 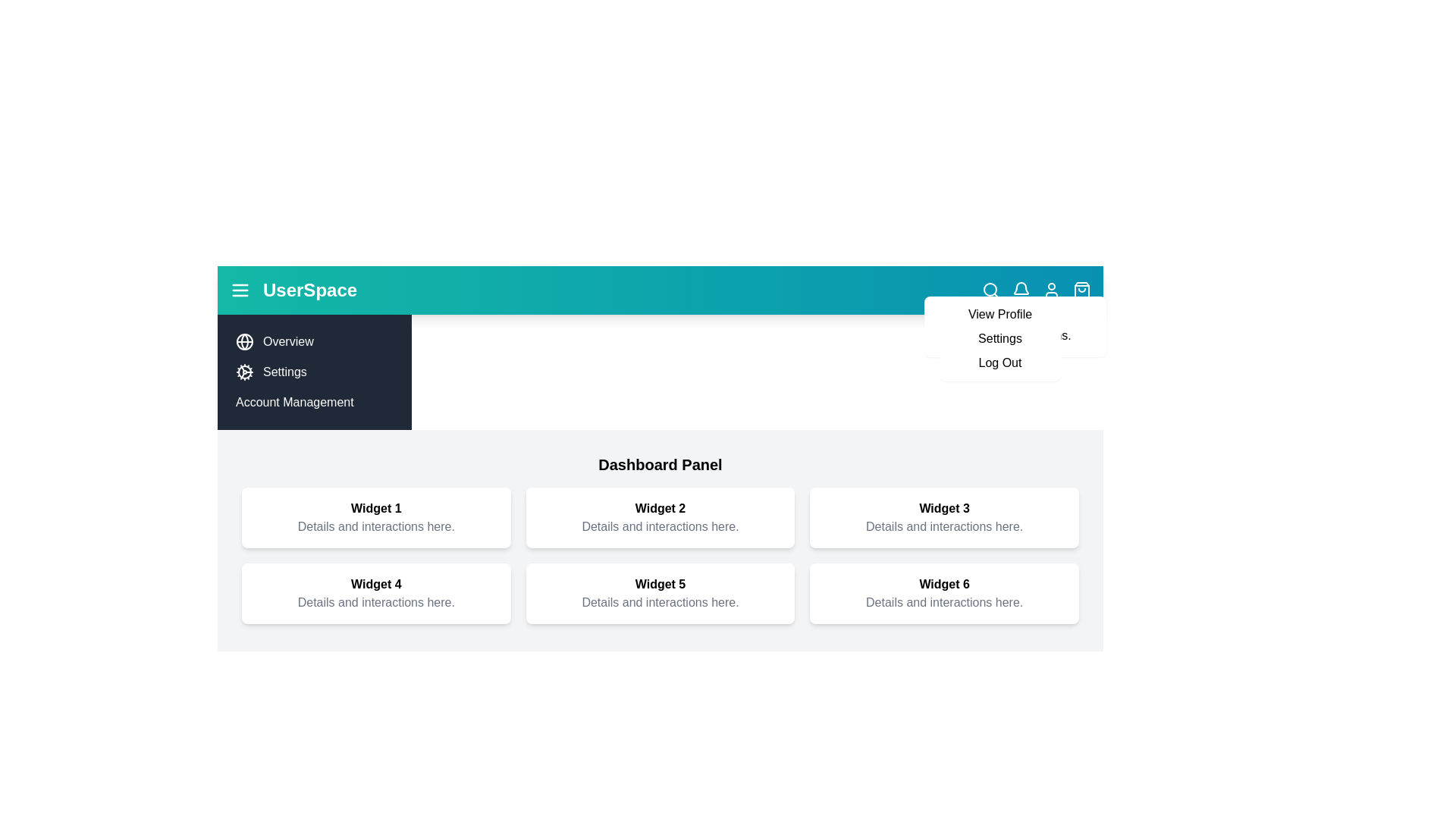 I want to click on the text label component that reads 'UserSpace', which is prominently displayed in a large bold font on a teal bar at the top of the page, so click(x=309, y=290).